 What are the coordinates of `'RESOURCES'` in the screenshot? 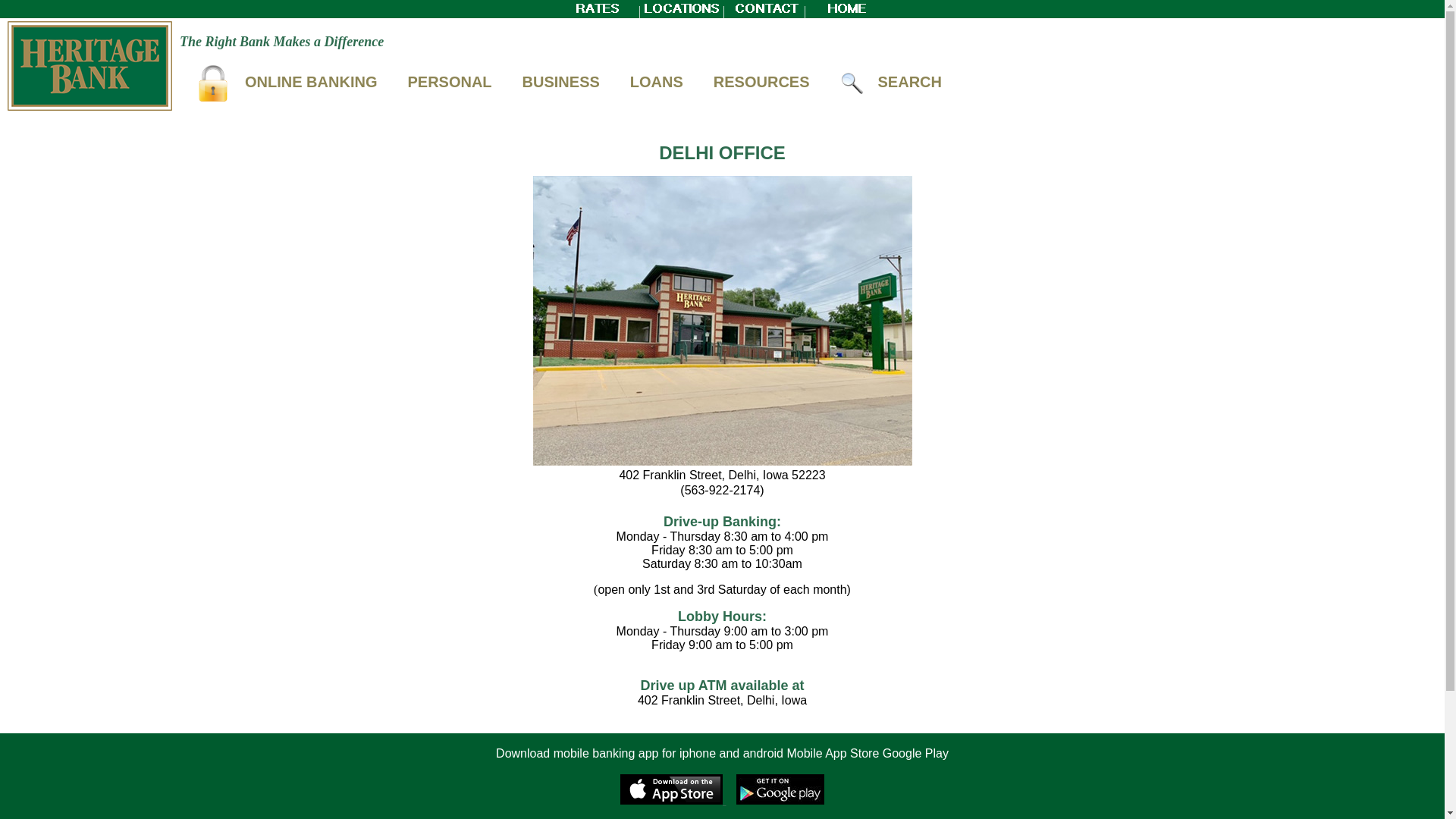 It's located at (761, 82).